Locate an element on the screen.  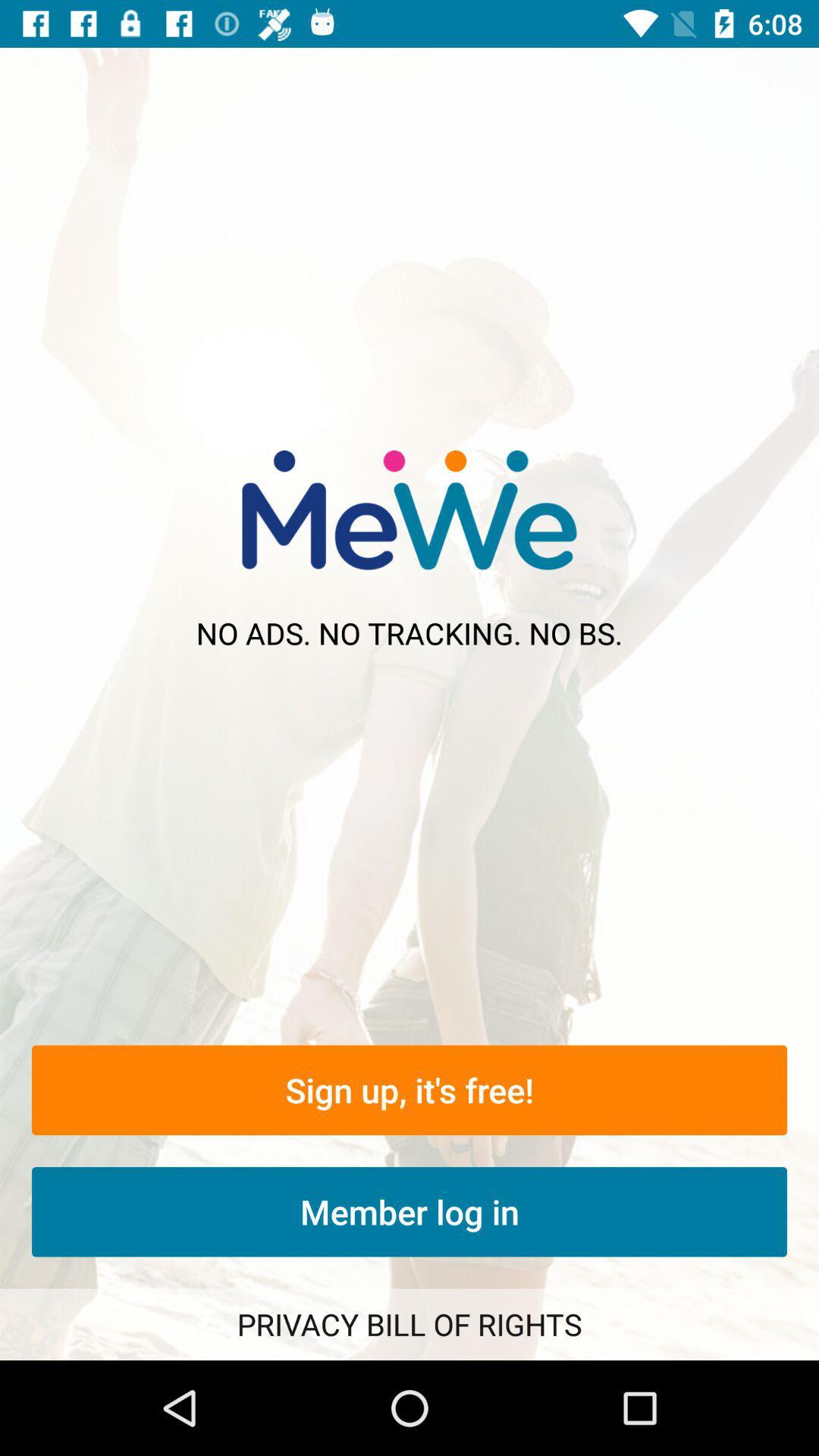
the member log in icon is located at coordinates (409, 1211).